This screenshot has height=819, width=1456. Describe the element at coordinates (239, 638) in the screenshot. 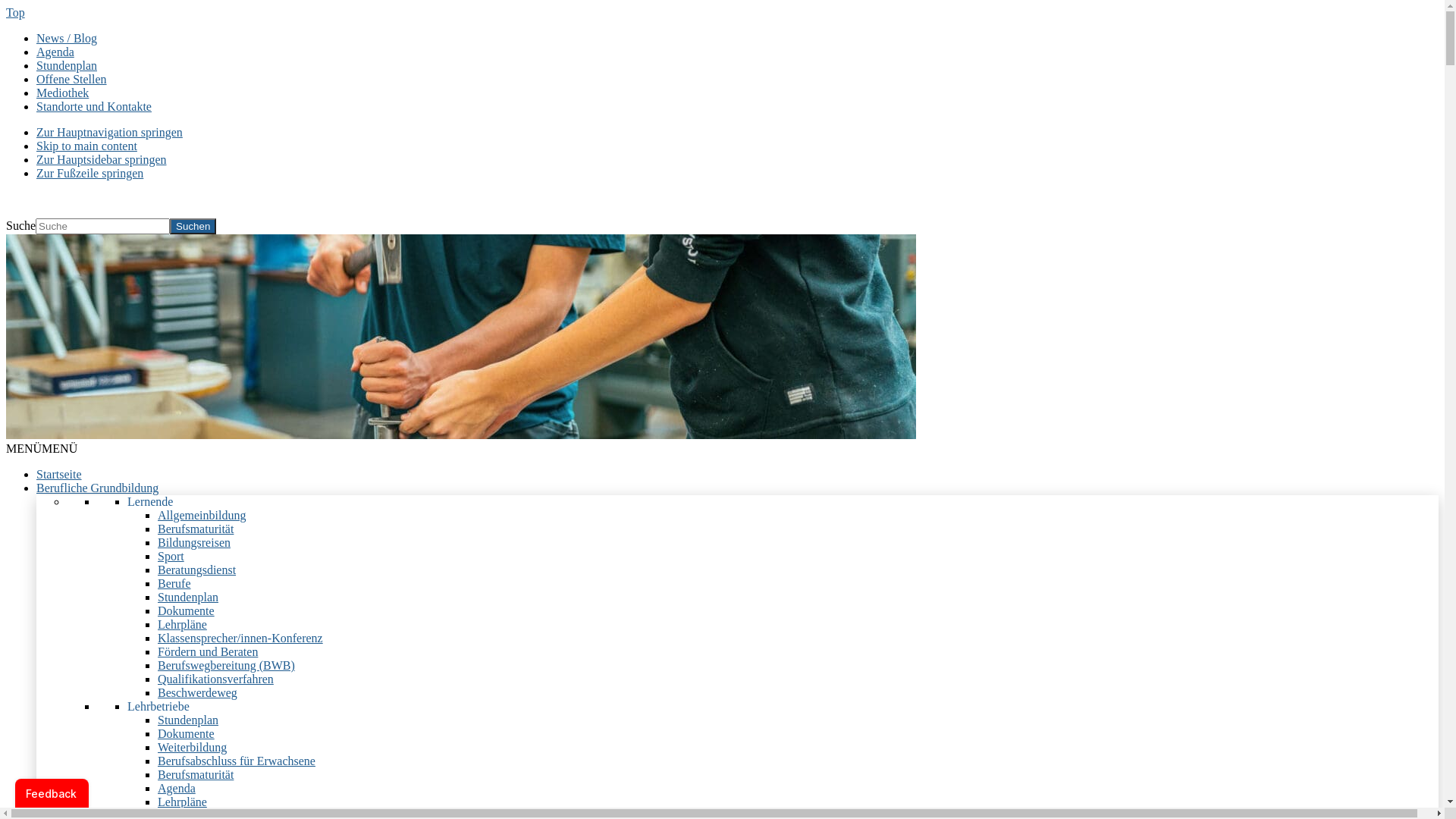

I see `'Klassensprecher/innen-Konferenz'` at that location.